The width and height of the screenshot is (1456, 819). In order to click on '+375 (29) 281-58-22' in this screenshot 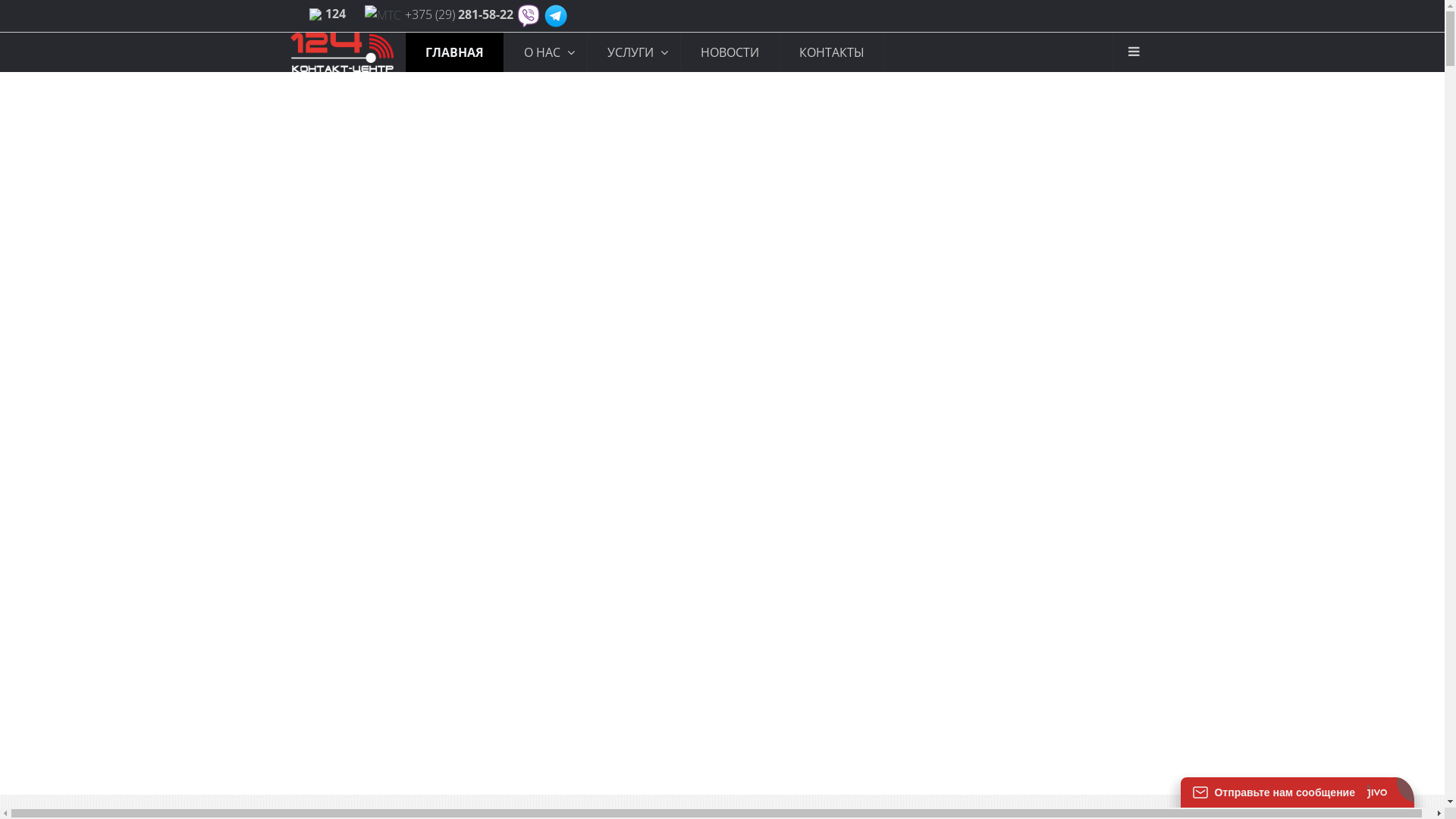, I will do `click(458, 14)`.